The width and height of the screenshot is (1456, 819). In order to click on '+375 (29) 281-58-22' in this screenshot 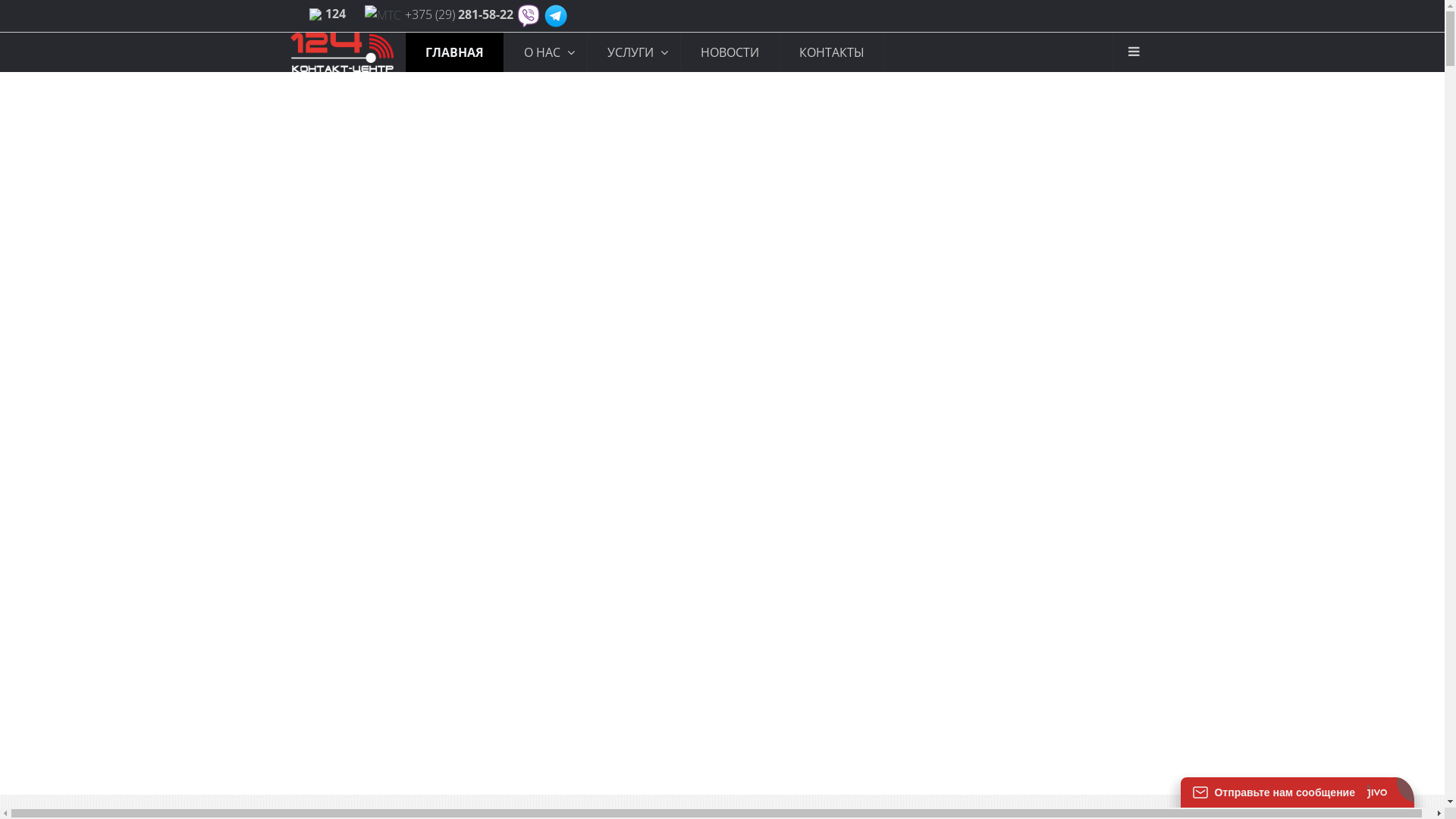, I will do `click(458, 14)`.